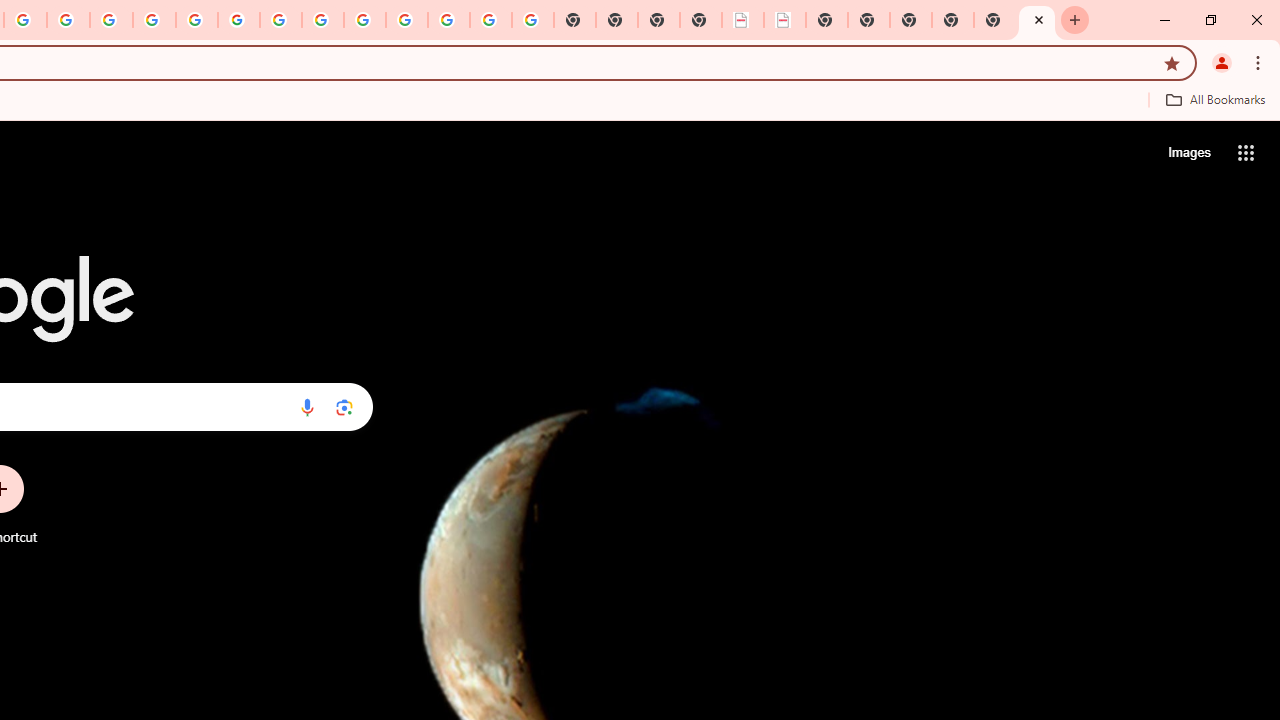 This screenshot has height=720, width=1280. What do you see at coordinates (110, 20) in the screenshot?
I see `'Privacy Help Center - Policies Help'` at bounding box center [110, 20].